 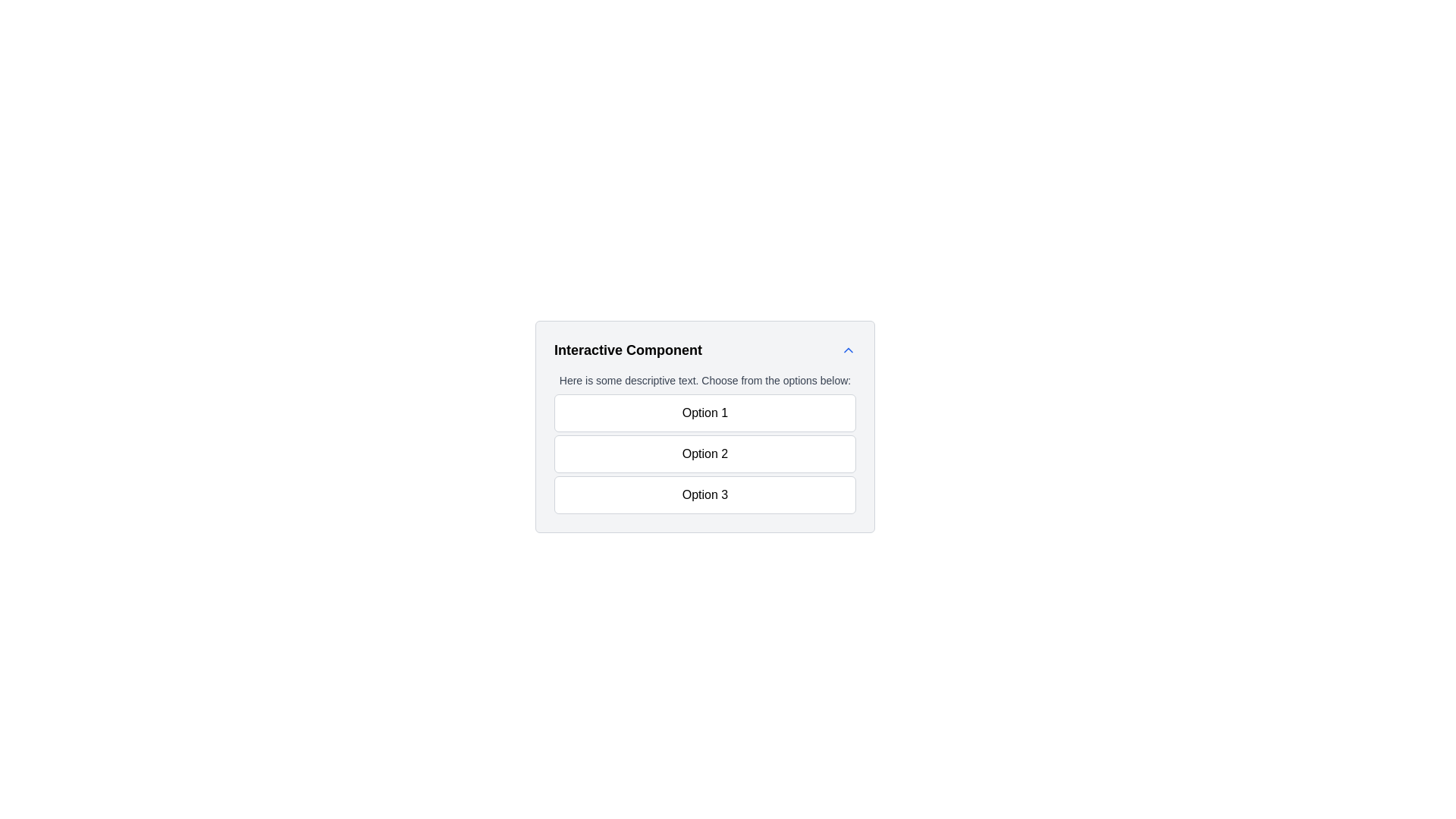 What do you see at coordinates (704, 453) in the screenshot?
I see `the button labeled 'Option 2', which is a rectangular button with a white background and rounded corners, positioned between 'Option 1' and 'Option 3'` at bounding box center [704, 453].